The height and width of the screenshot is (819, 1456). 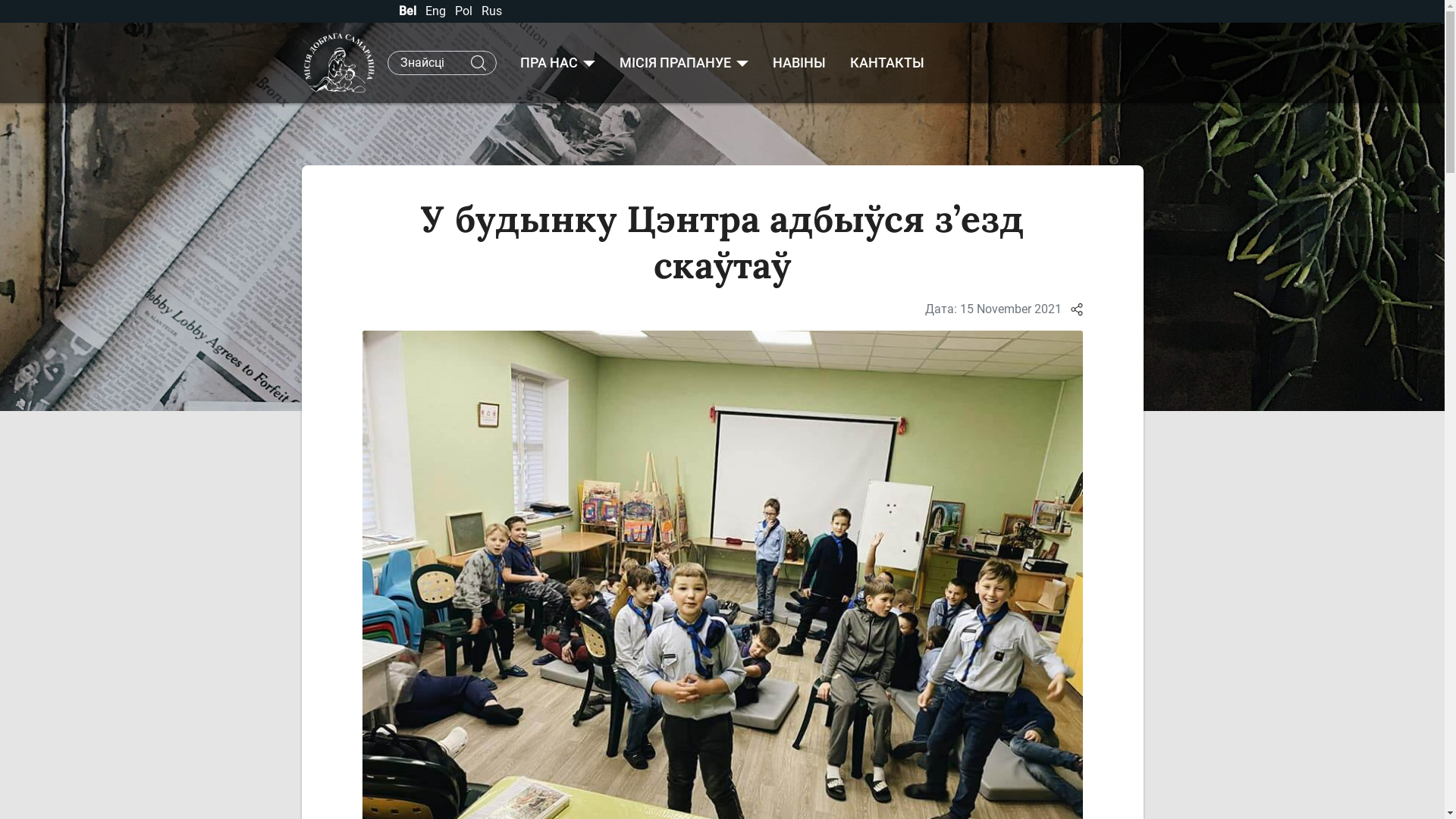 I want to click on 'Bel', so click(x=409, y=11).